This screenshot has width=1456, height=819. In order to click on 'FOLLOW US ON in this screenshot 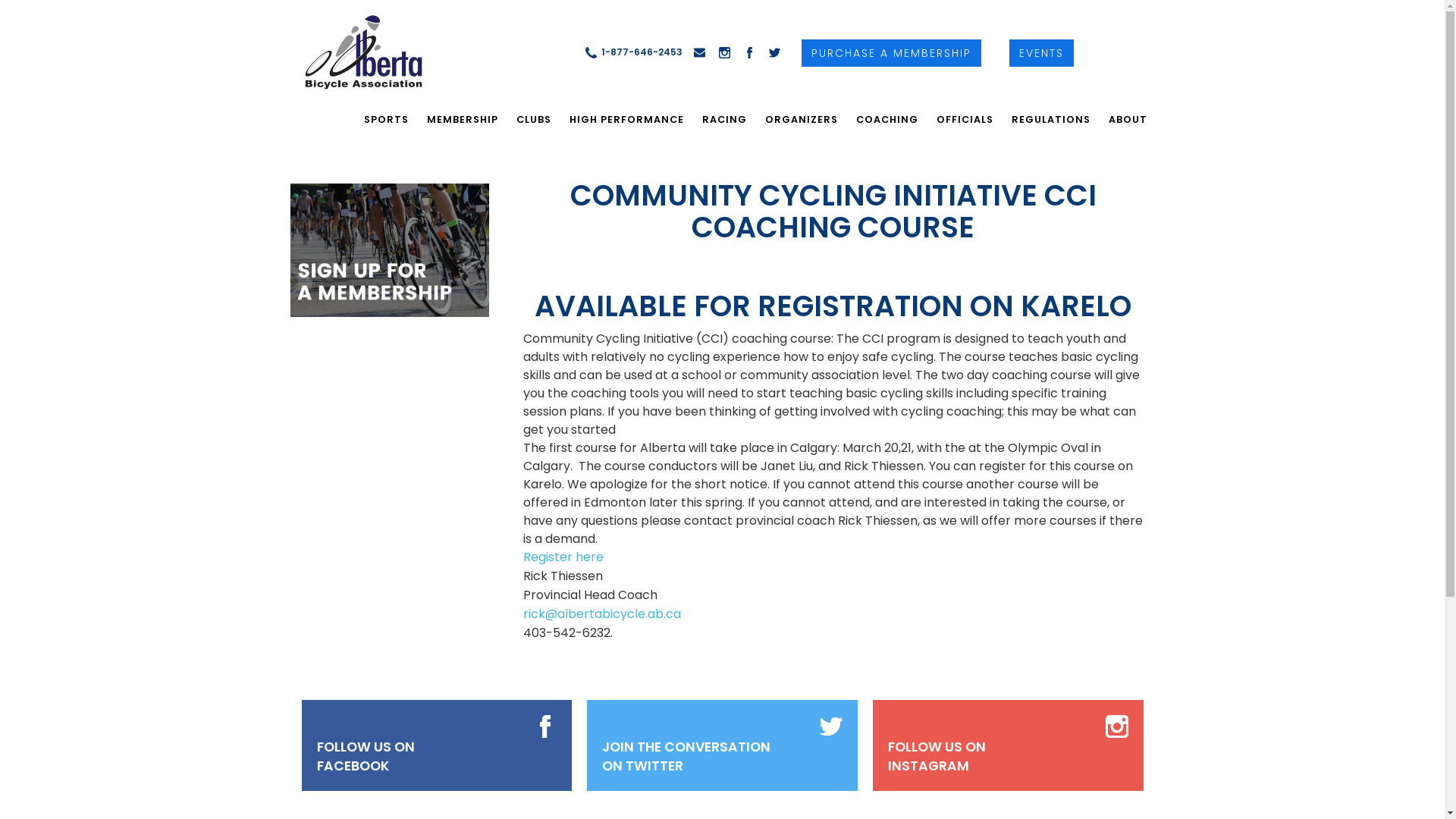, I will do `click(936, 757)`.